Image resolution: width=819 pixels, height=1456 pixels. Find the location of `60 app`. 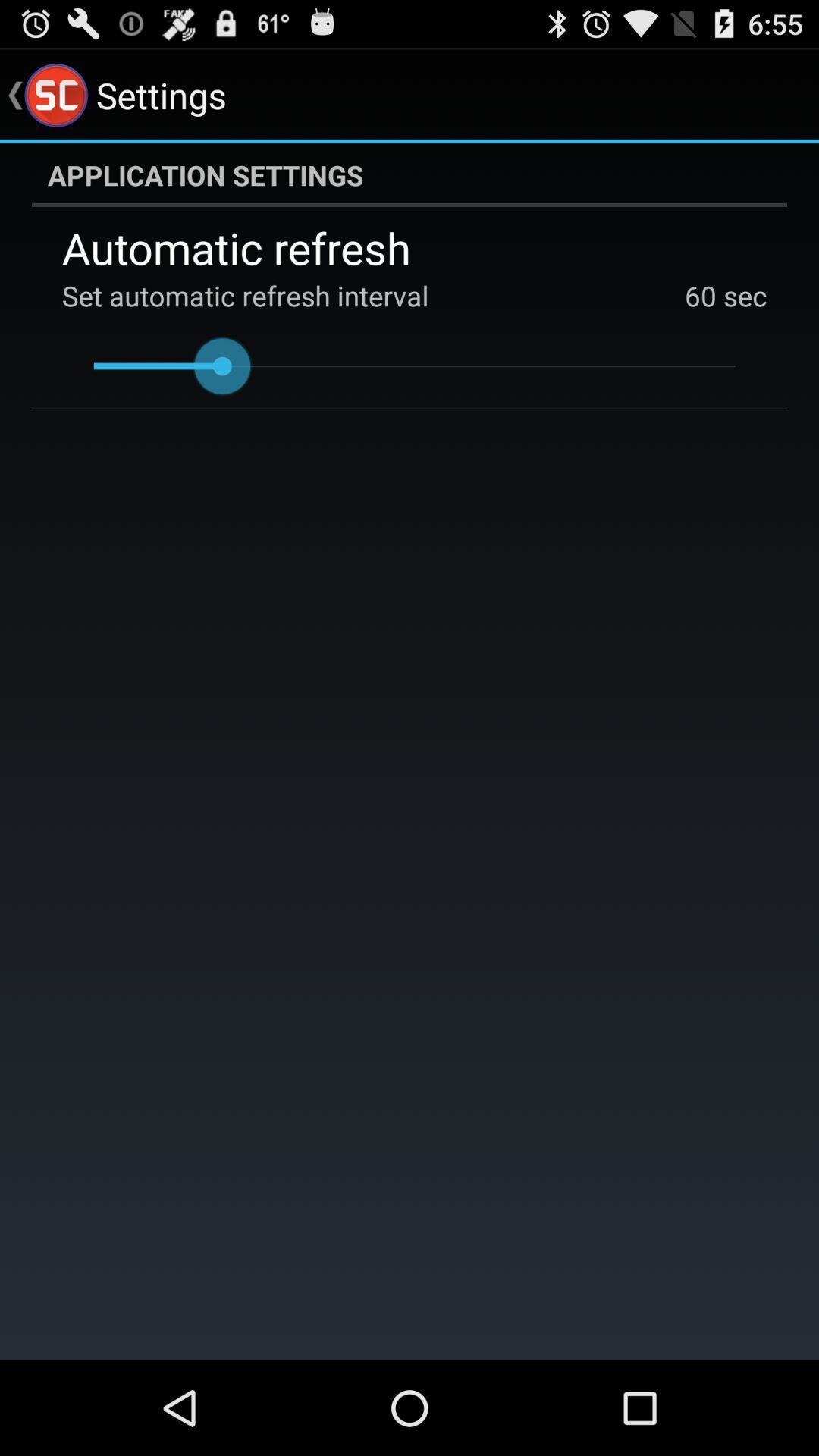

60 app is located at coordinates (701, 295).